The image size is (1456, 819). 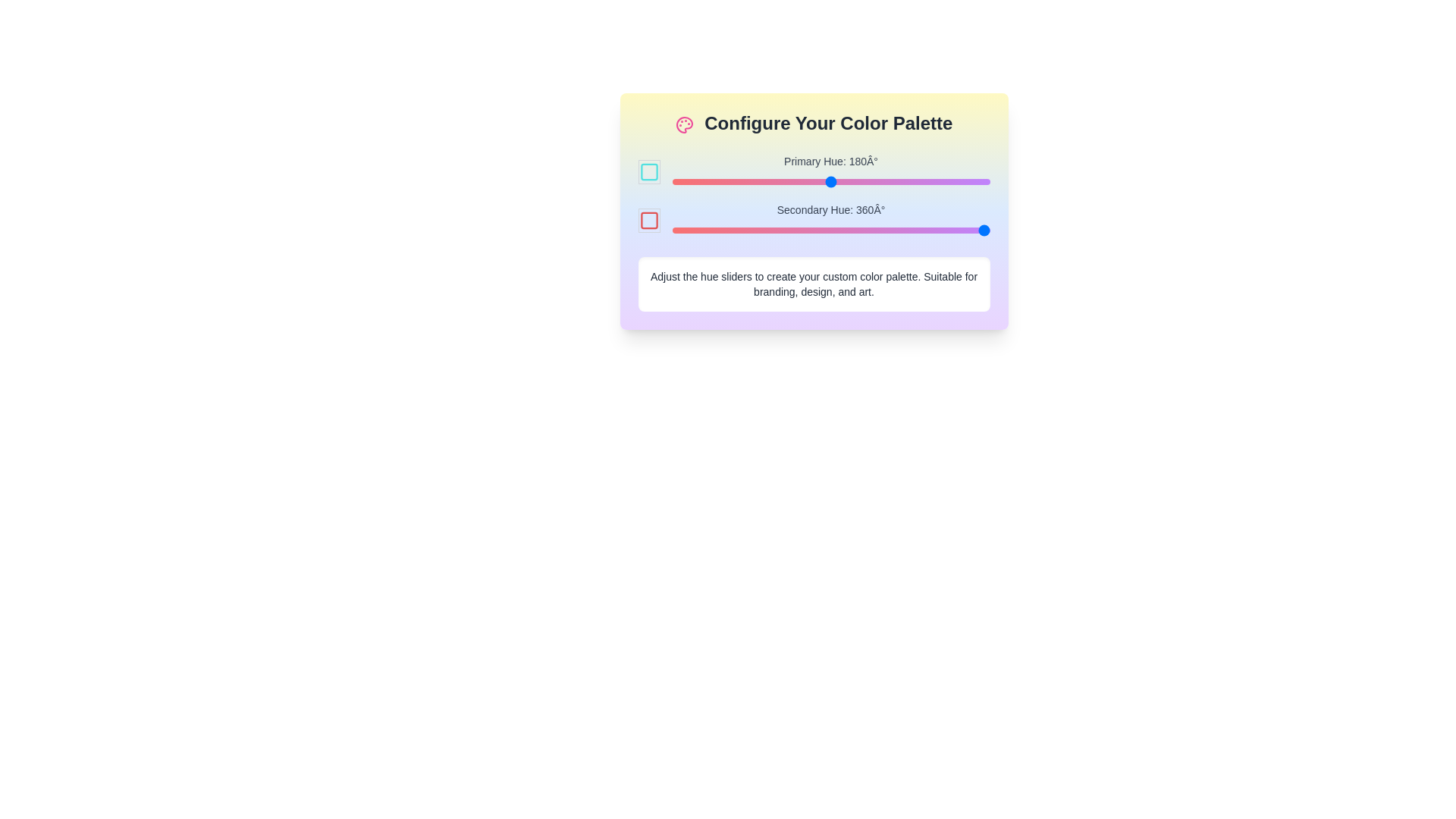 I want to click on the secondary hue slider to 192°, so click(x=840, y=231).